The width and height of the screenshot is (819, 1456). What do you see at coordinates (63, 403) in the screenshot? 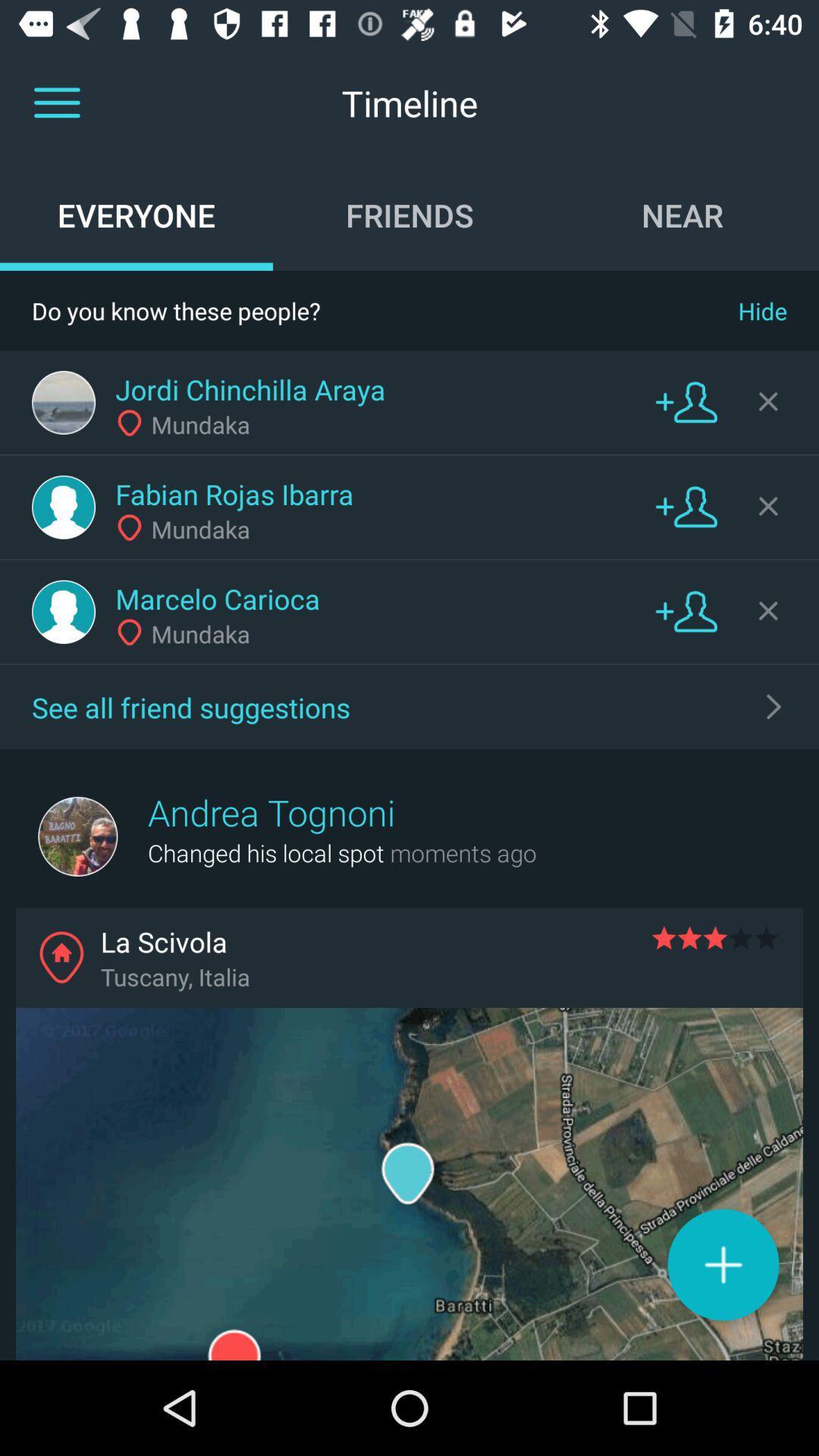
I see `profile button` at bounding box center [63, 403].